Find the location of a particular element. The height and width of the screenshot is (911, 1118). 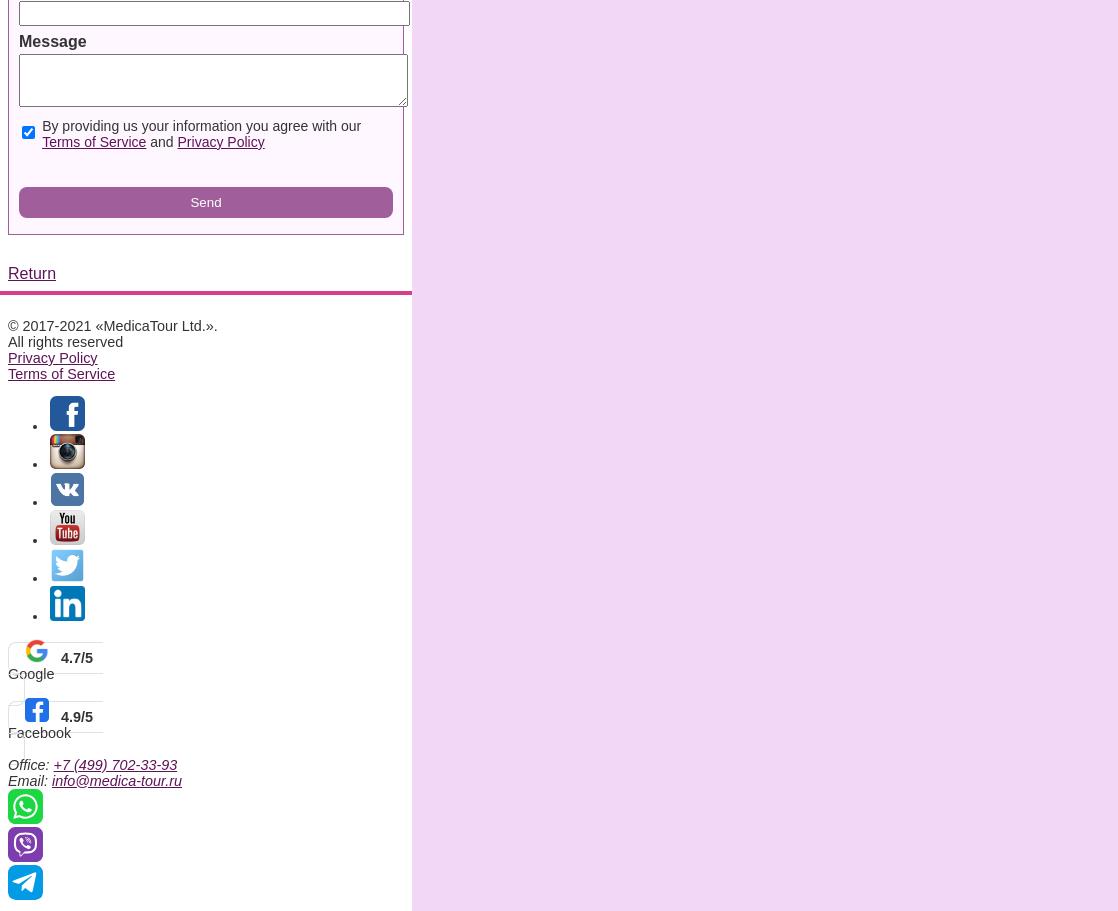

'Message' is located at coordinates (52, 39).